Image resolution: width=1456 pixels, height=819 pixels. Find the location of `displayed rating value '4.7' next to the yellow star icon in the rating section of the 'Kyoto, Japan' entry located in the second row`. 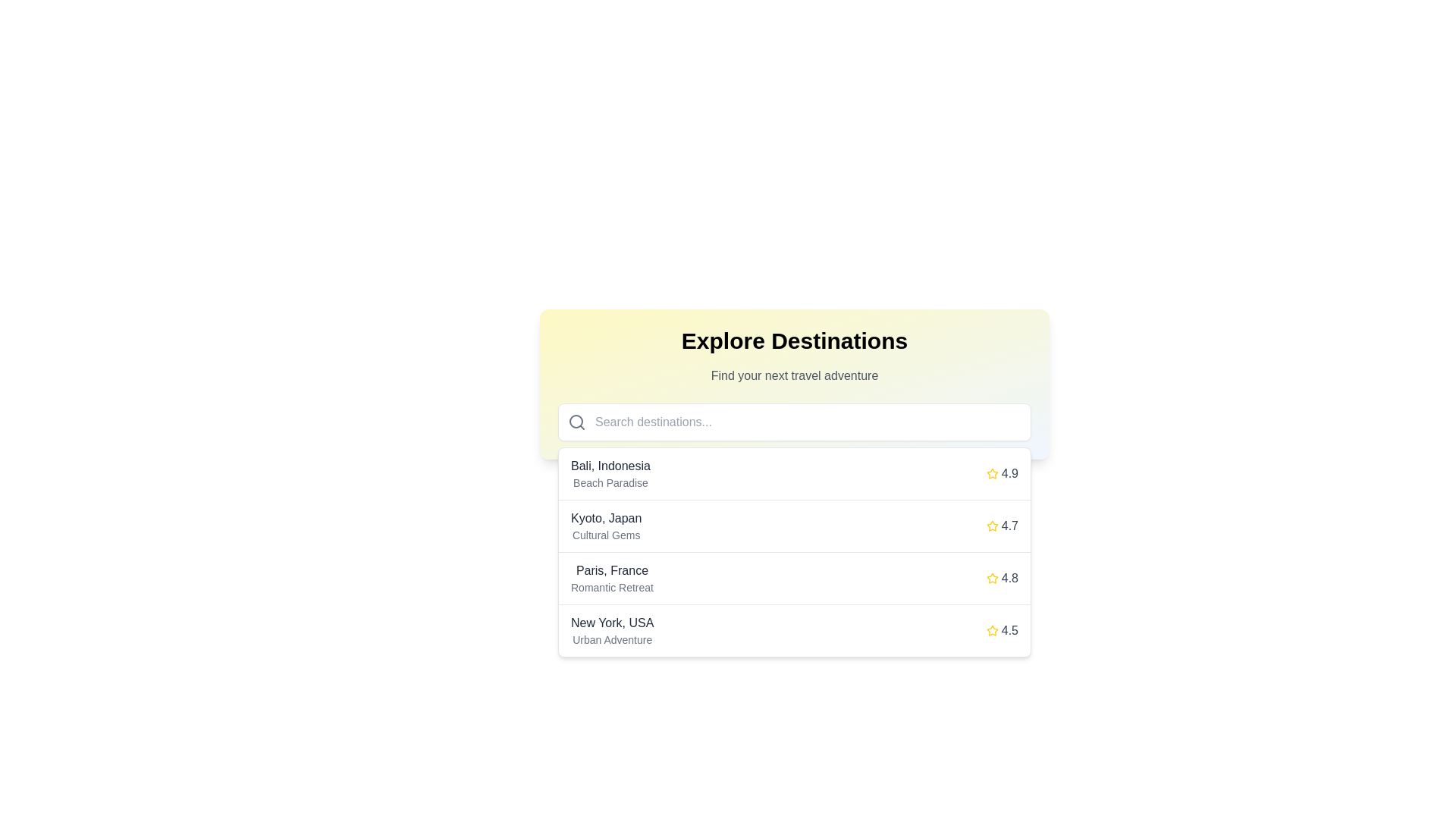

displayed rating value '4.7' next to the yellow star icon in the rating section of the 'Kyoto, Japan' entry located in the second row is located at coordinates (1002, 526).